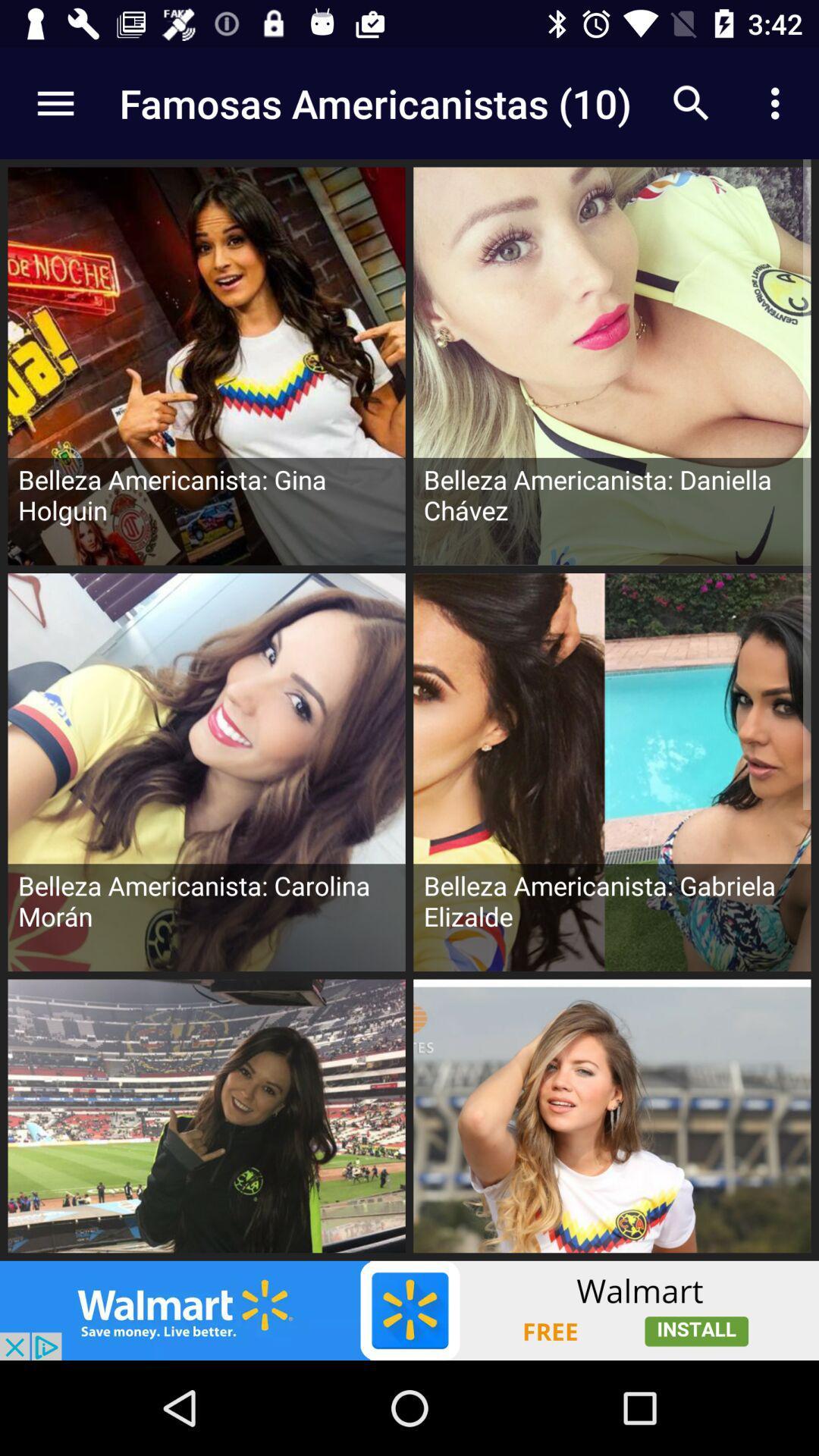 The height and width of the screenshot is (1456, 819). I want to click on advertising area, so click(409, 1310).